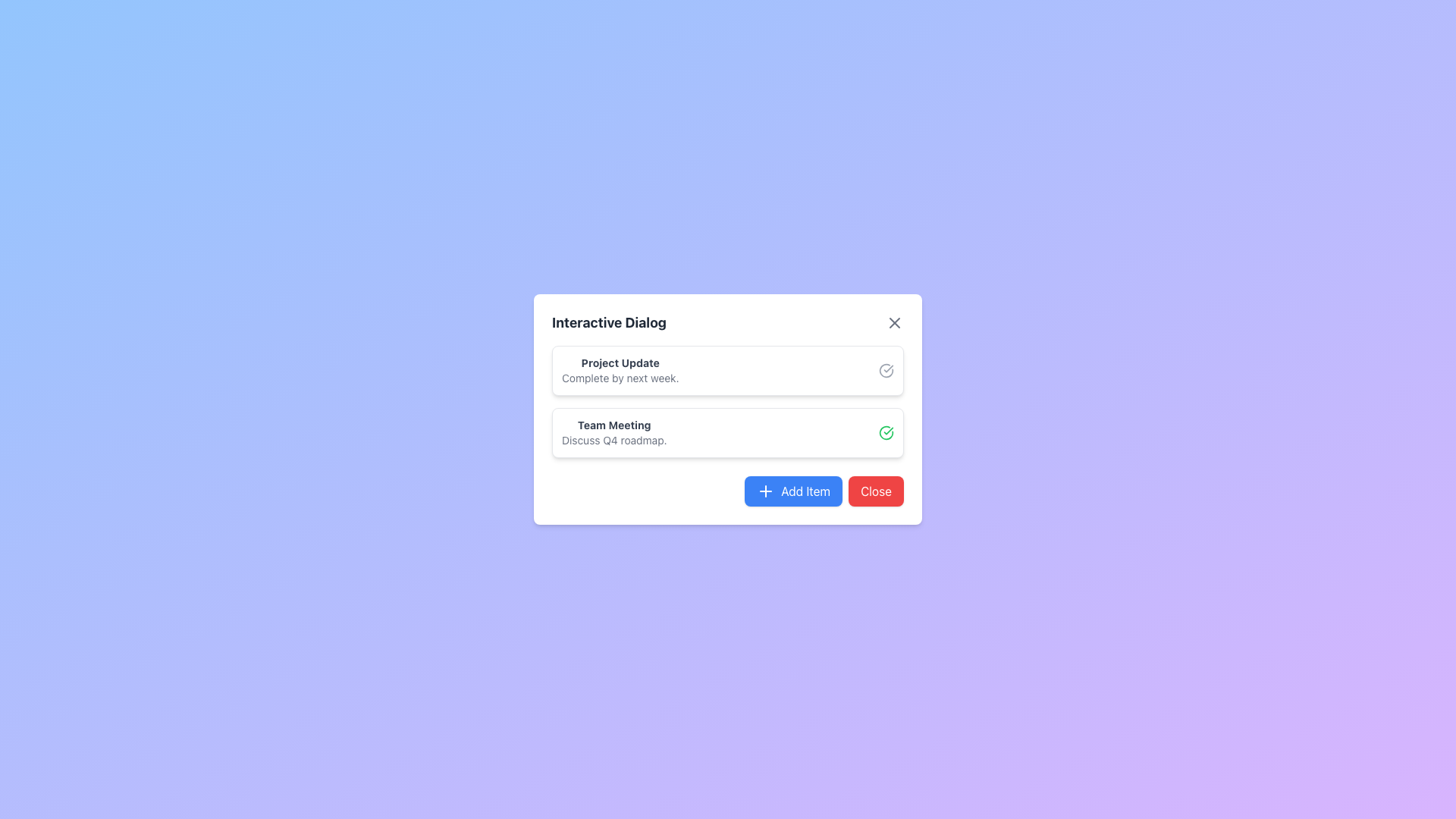 Image resolution: width=1456 pixels, height=819 pixels. What do you see at coordinates (886, 432) in the screenshot?
I see `circular outline segment of the confirmation checkmark icon located at the right end of the 'Team Meeting' item row in the dialog` at bounding box center [886, 432].